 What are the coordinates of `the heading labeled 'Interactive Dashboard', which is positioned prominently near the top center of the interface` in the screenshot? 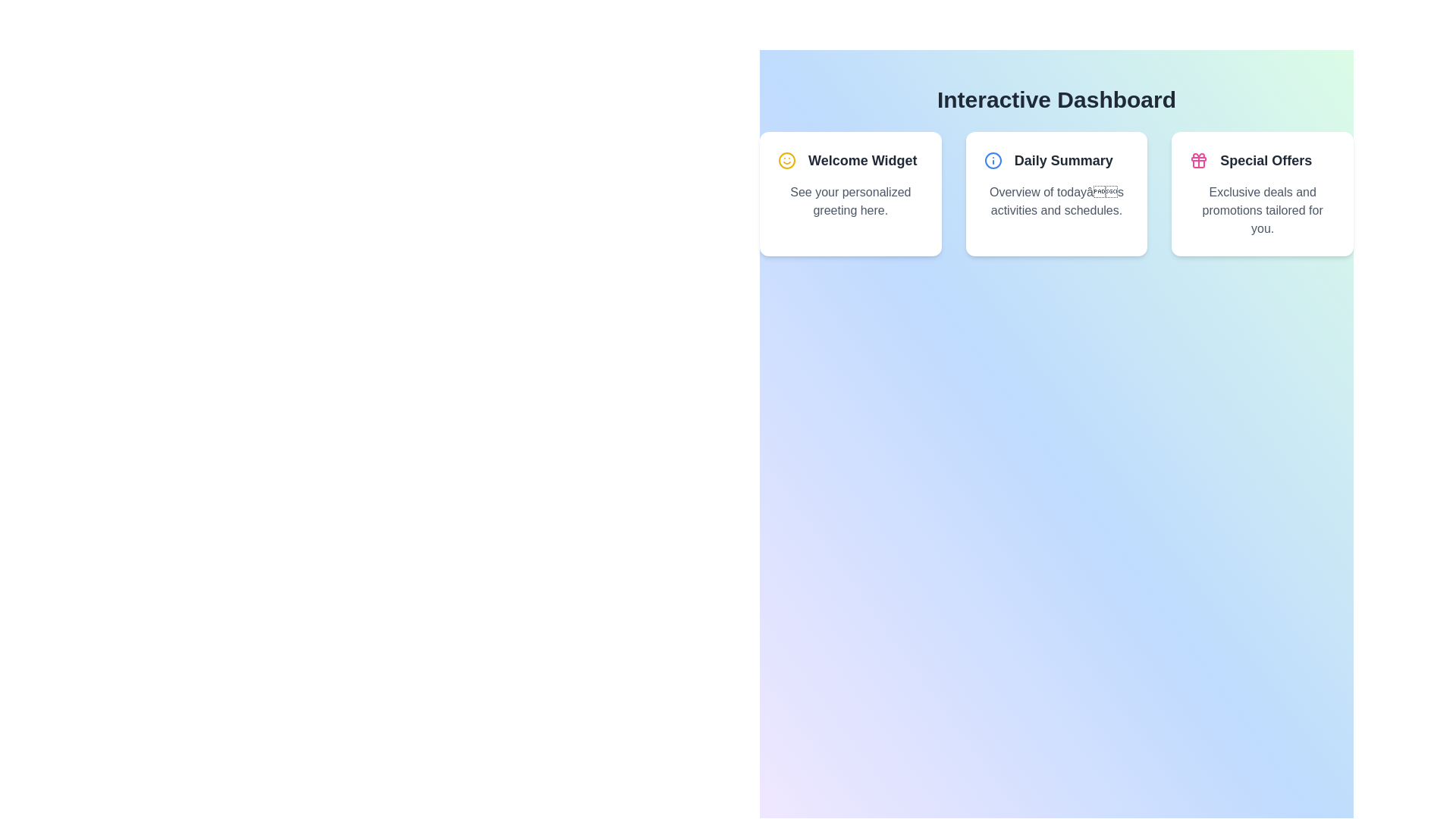 It's located at (1056, 99).